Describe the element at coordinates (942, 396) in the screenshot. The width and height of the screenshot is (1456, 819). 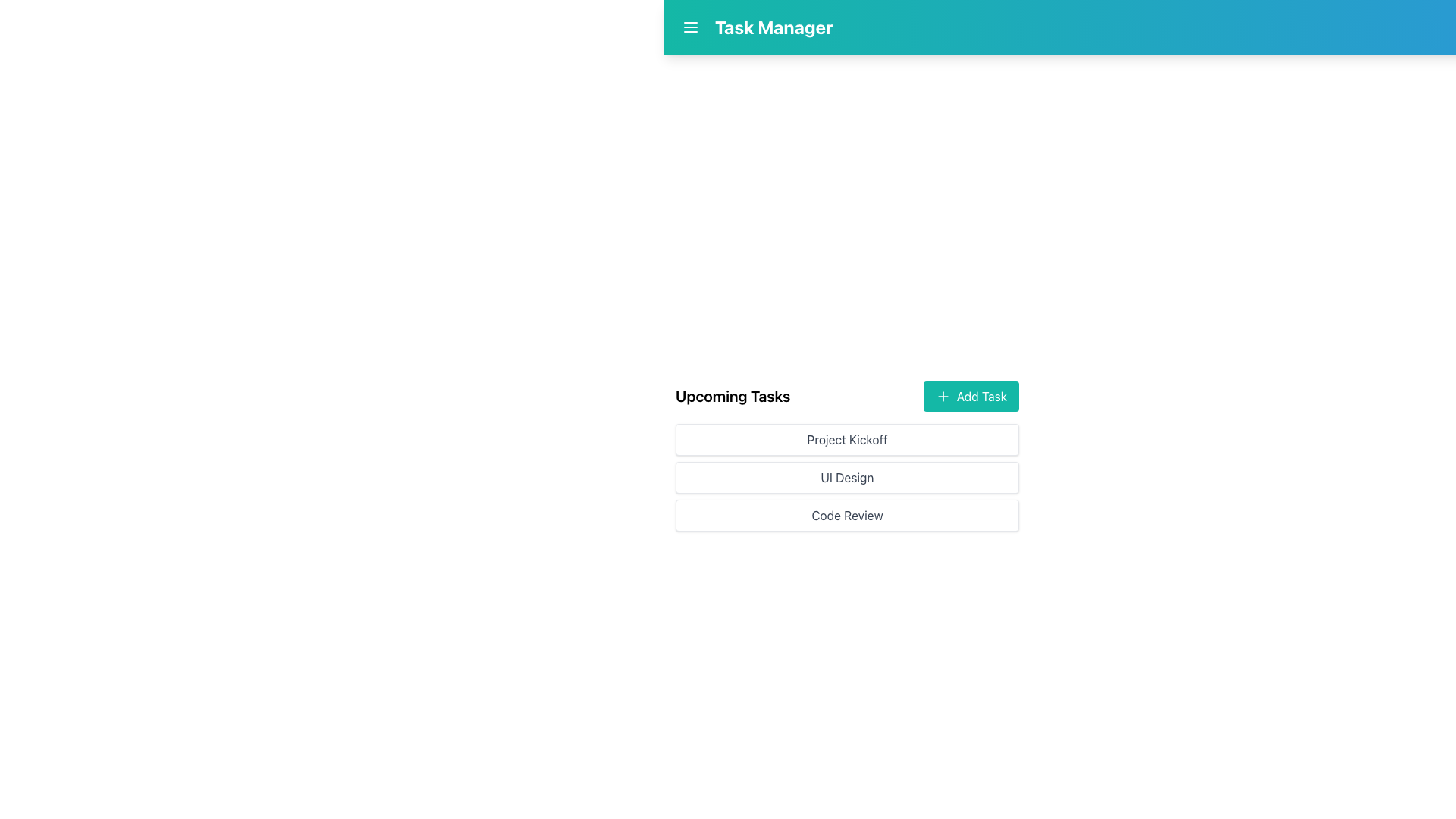
I see `the plus sign icon with a teal color, located to the left of the 'Add Task' text within the button, positioned below the header and aligned with the 'Upcoming Tasks' section` at that location.